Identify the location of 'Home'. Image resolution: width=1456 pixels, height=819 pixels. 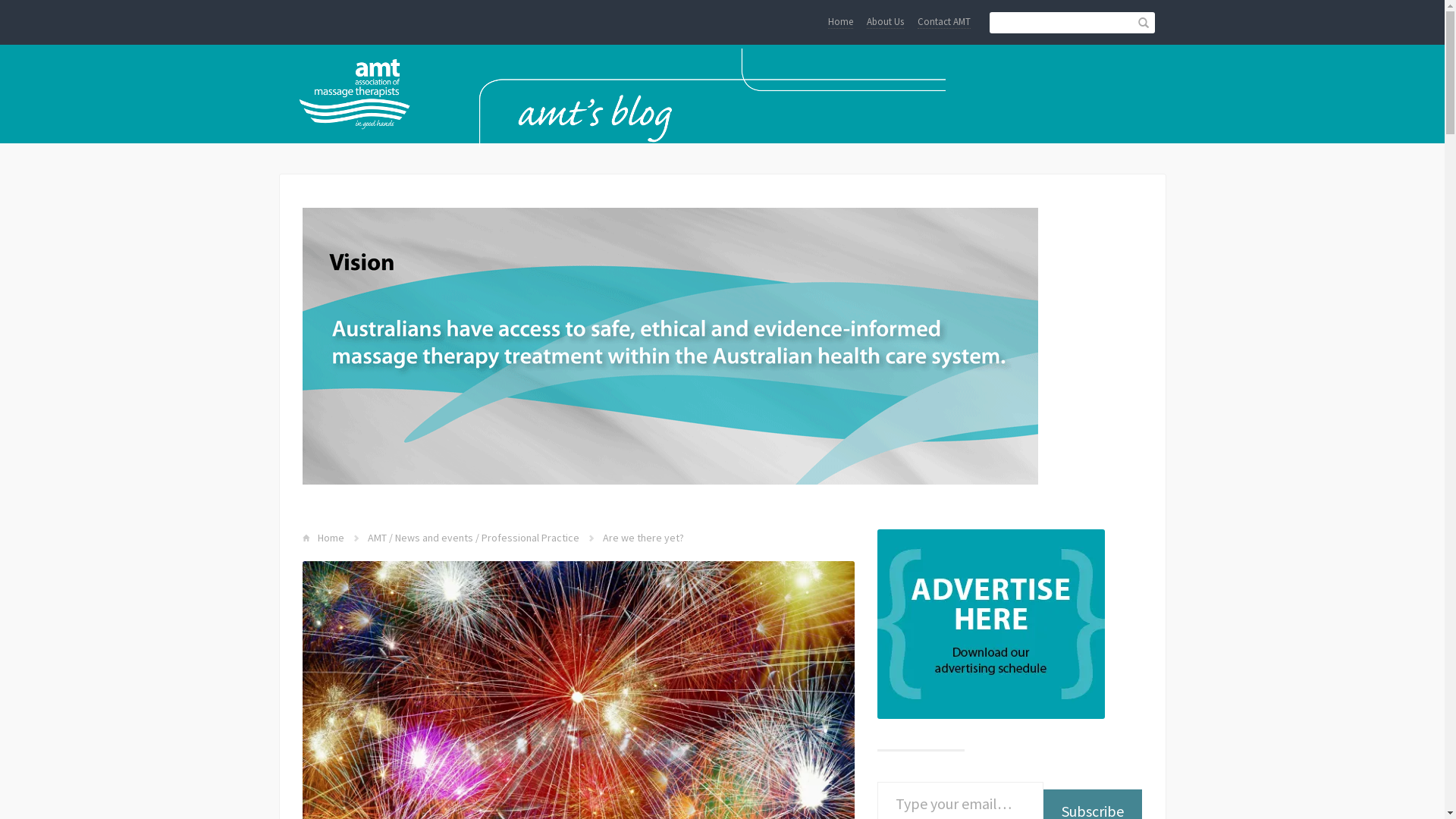
(839, 22).